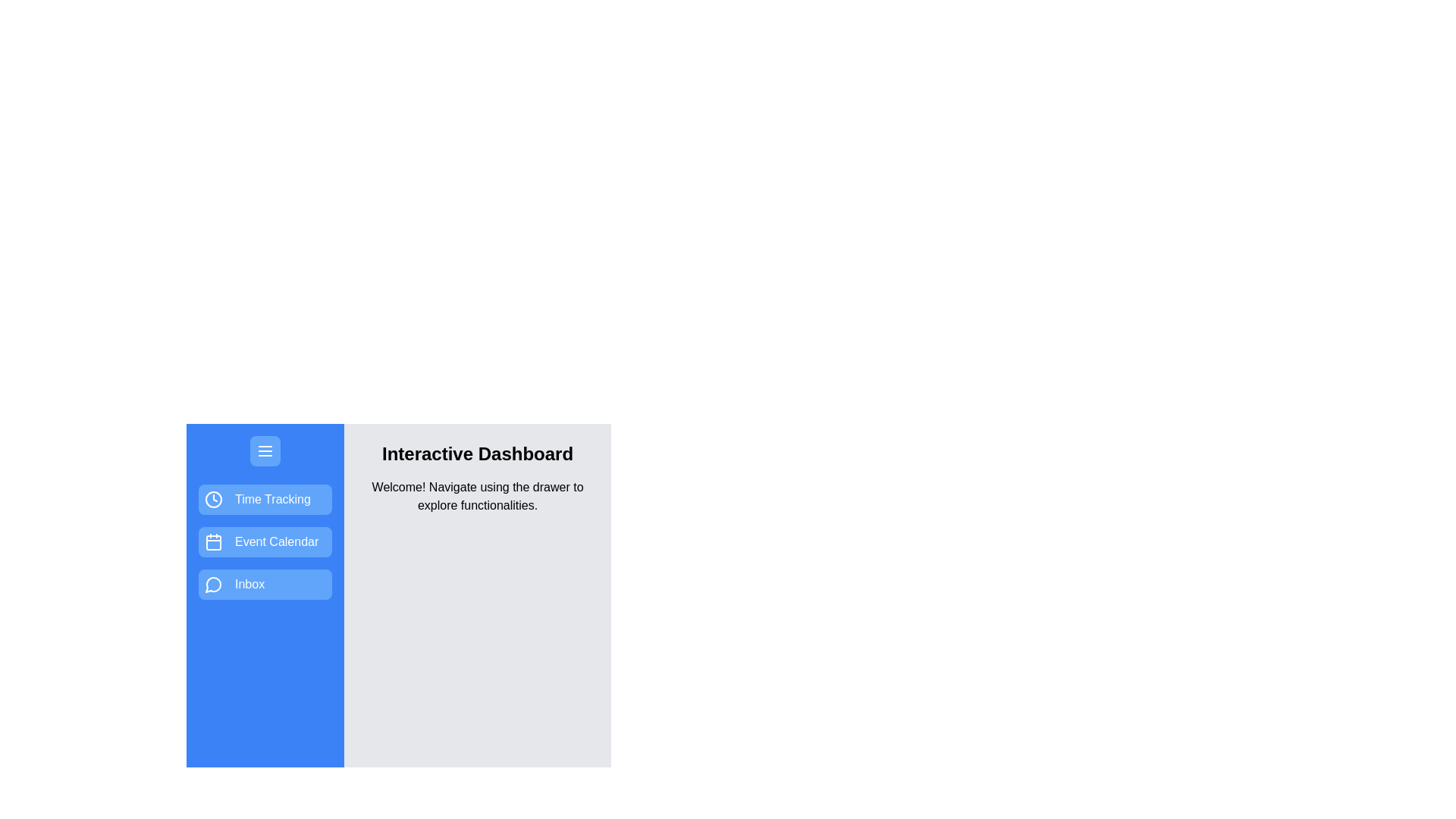  What do you see at coordinates (265, 584) in the screenshot?
I see `the feature Inbox from the drawer` at bounding box center [265, 584].